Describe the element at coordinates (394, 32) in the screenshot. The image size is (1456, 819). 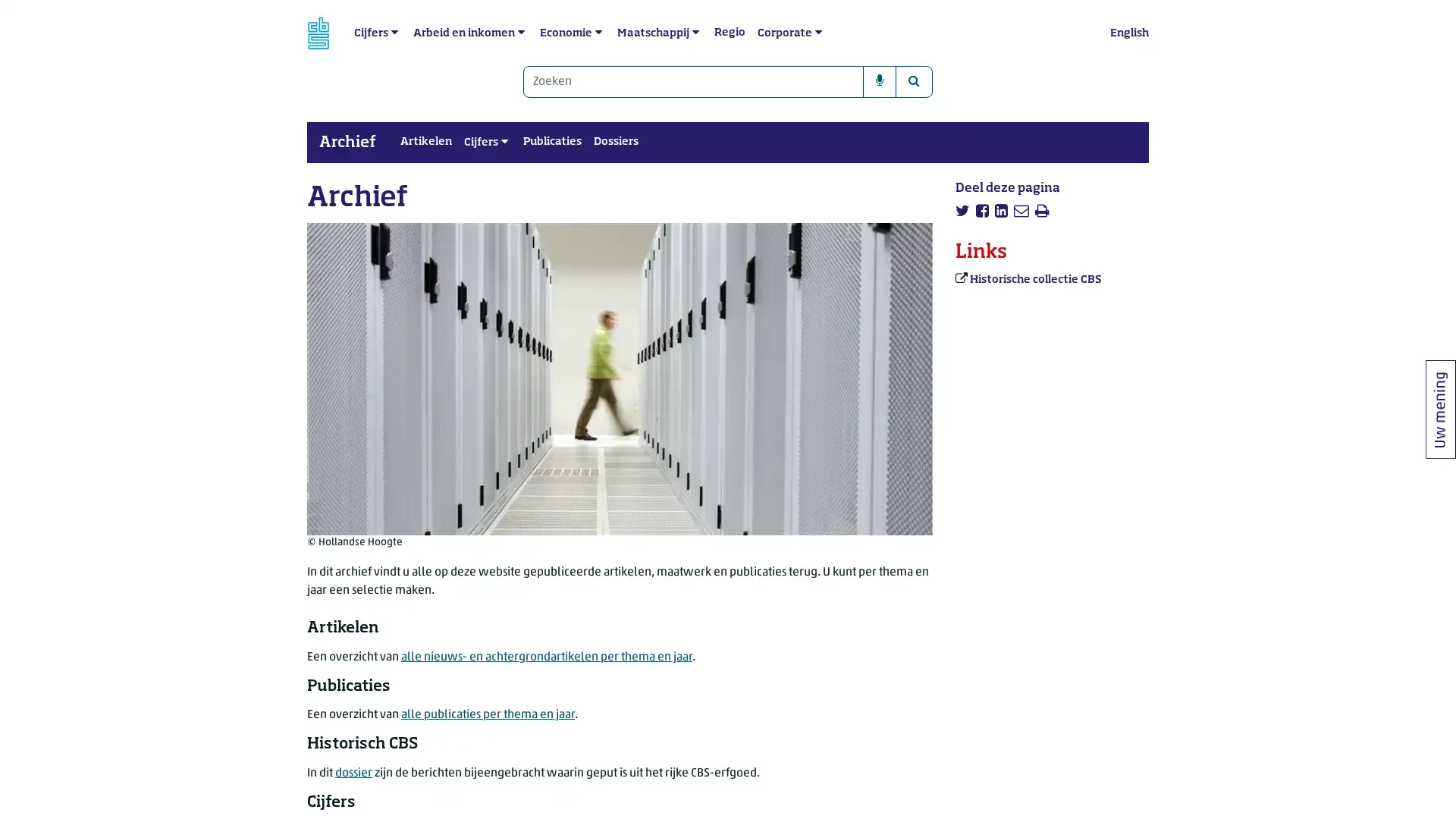
I see `submenu Cijfers` at that location.